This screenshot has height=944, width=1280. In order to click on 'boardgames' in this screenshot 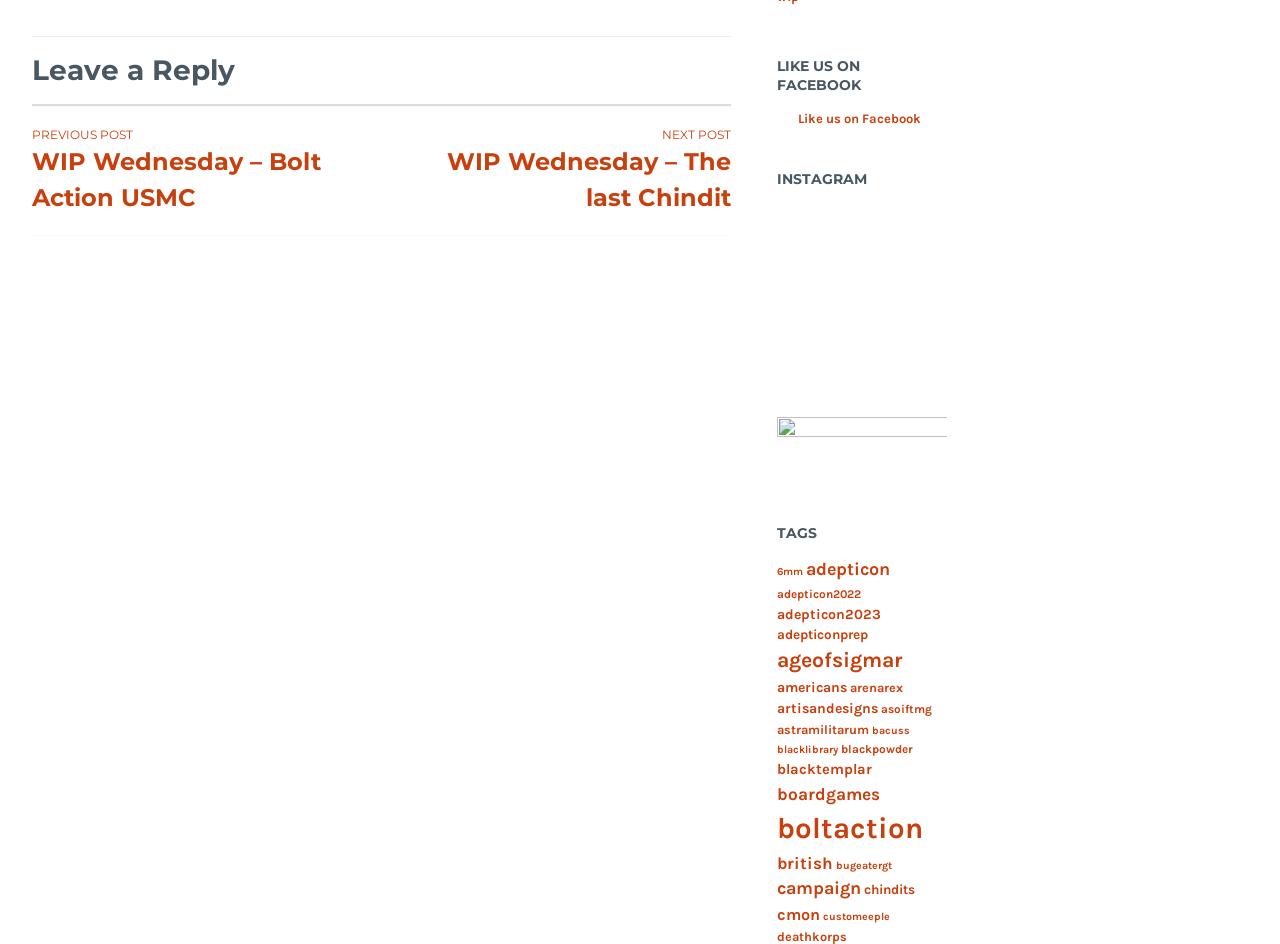, I will do `click(827, 791)`.